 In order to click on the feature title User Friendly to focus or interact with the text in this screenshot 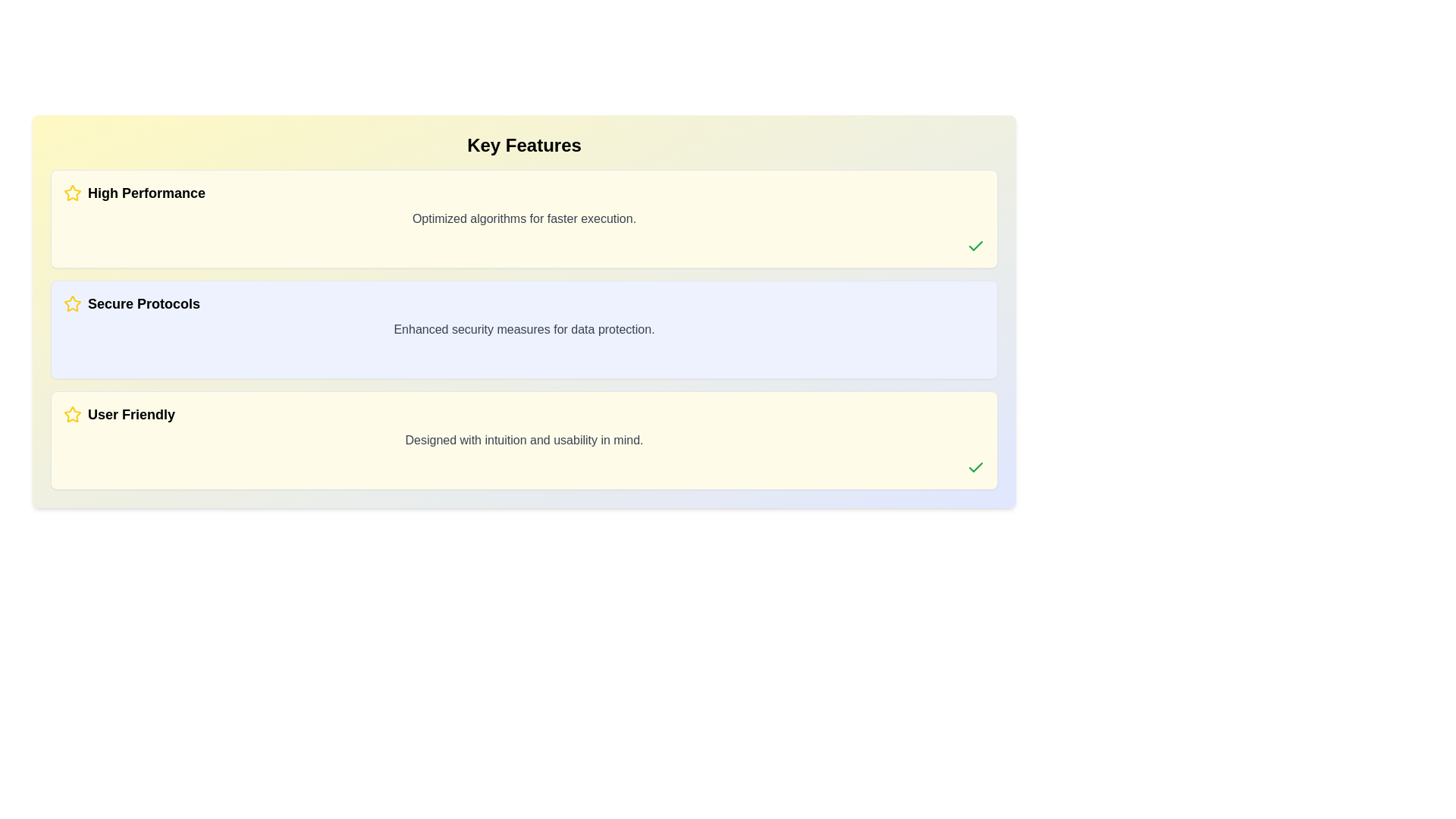, I will do `click(524, 415)`.